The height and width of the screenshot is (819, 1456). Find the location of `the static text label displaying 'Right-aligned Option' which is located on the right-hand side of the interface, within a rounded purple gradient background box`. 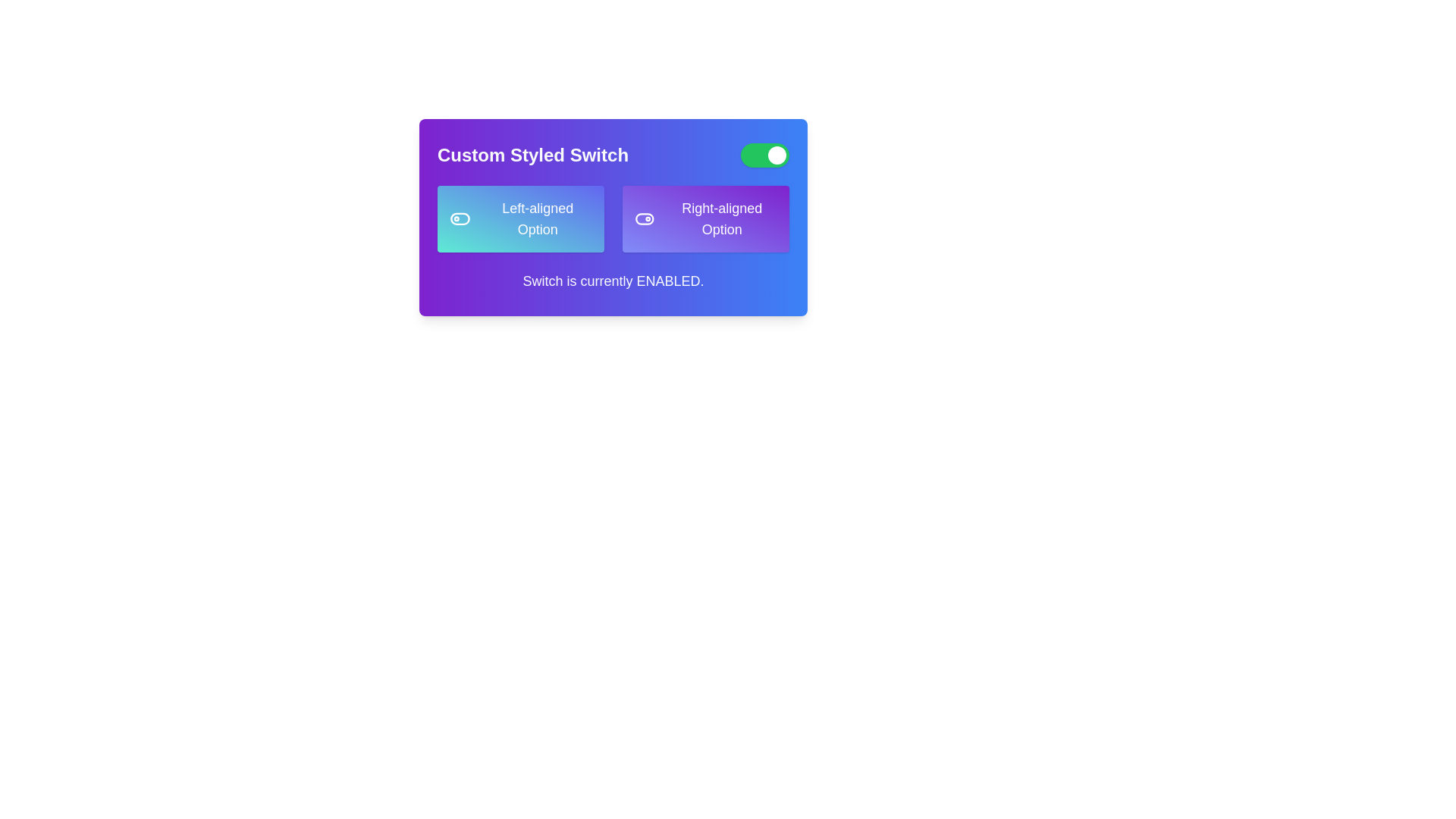

the static text label displaying 'Right-aligned Option' which is located on the right-hand side of the interface, within a rounded purple gradient background box is located at coordinates (721, 219).